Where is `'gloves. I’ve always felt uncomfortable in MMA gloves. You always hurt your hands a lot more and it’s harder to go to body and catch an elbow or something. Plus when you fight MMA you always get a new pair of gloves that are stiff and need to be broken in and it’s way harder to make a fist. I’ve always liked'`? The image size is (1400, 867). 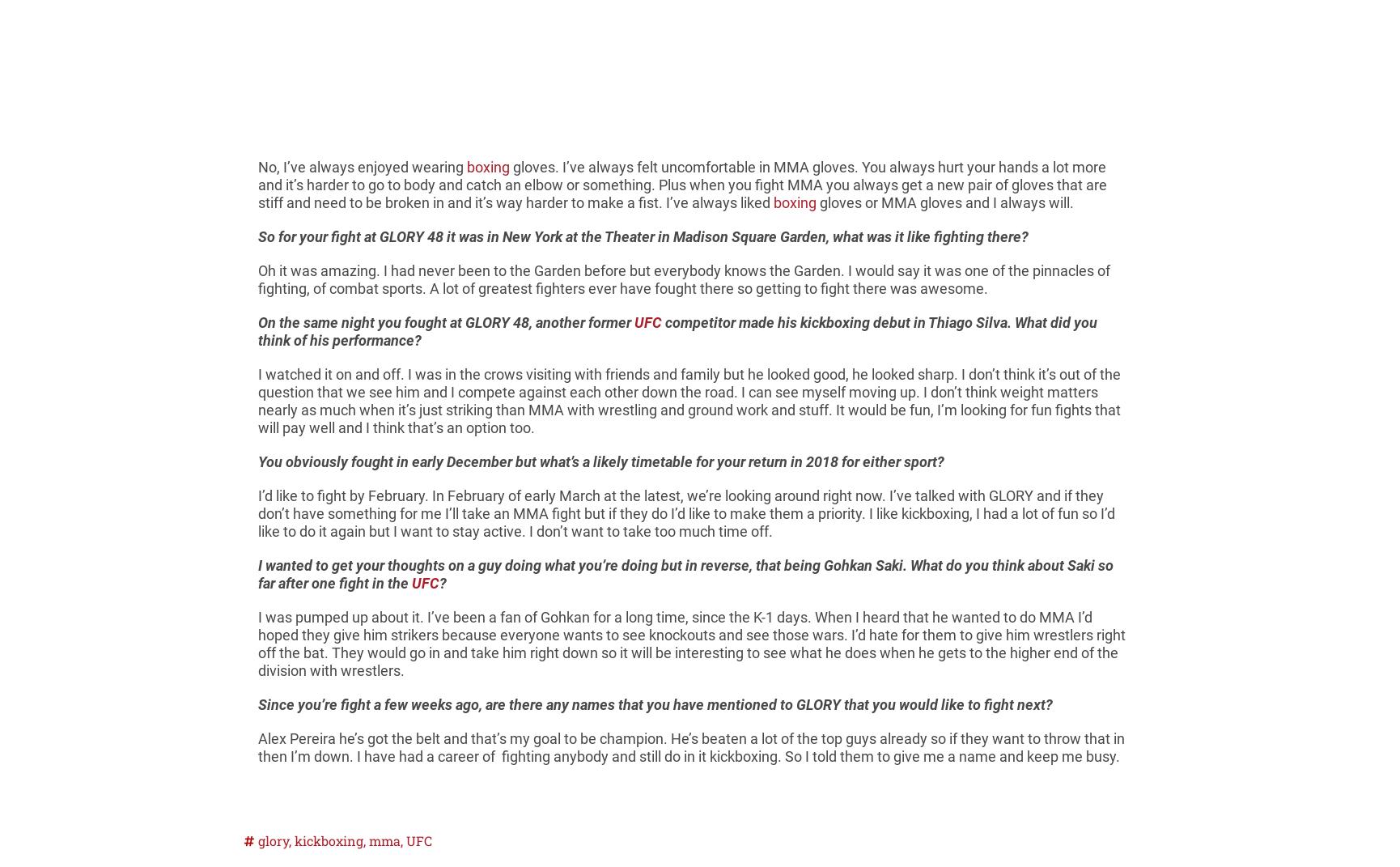 'gloves. I’ve always felt uncomfortable in MMA gloves. You always hurt your hands a lot more and it’s harder to go to body and catch an elbow or something. Plus when you fight MMA you always get a new pair of gloves that are stiff and need to be broken in and it’s way harder to make a fist. I’ve always liked' is located at coordinates (681, 184).